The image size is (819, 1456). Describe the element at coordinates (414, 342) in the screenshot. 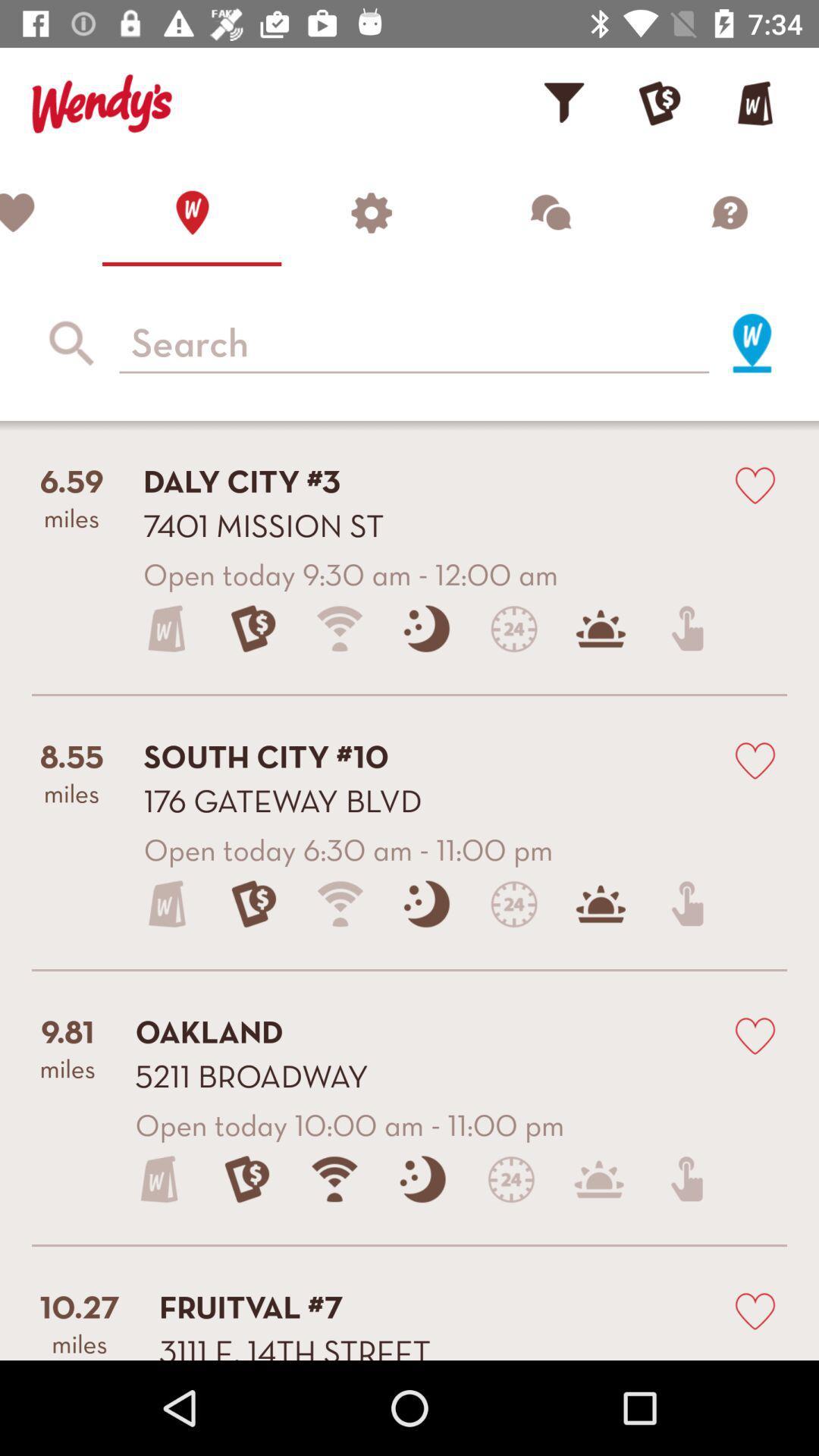

I see `input a search string` at that location.